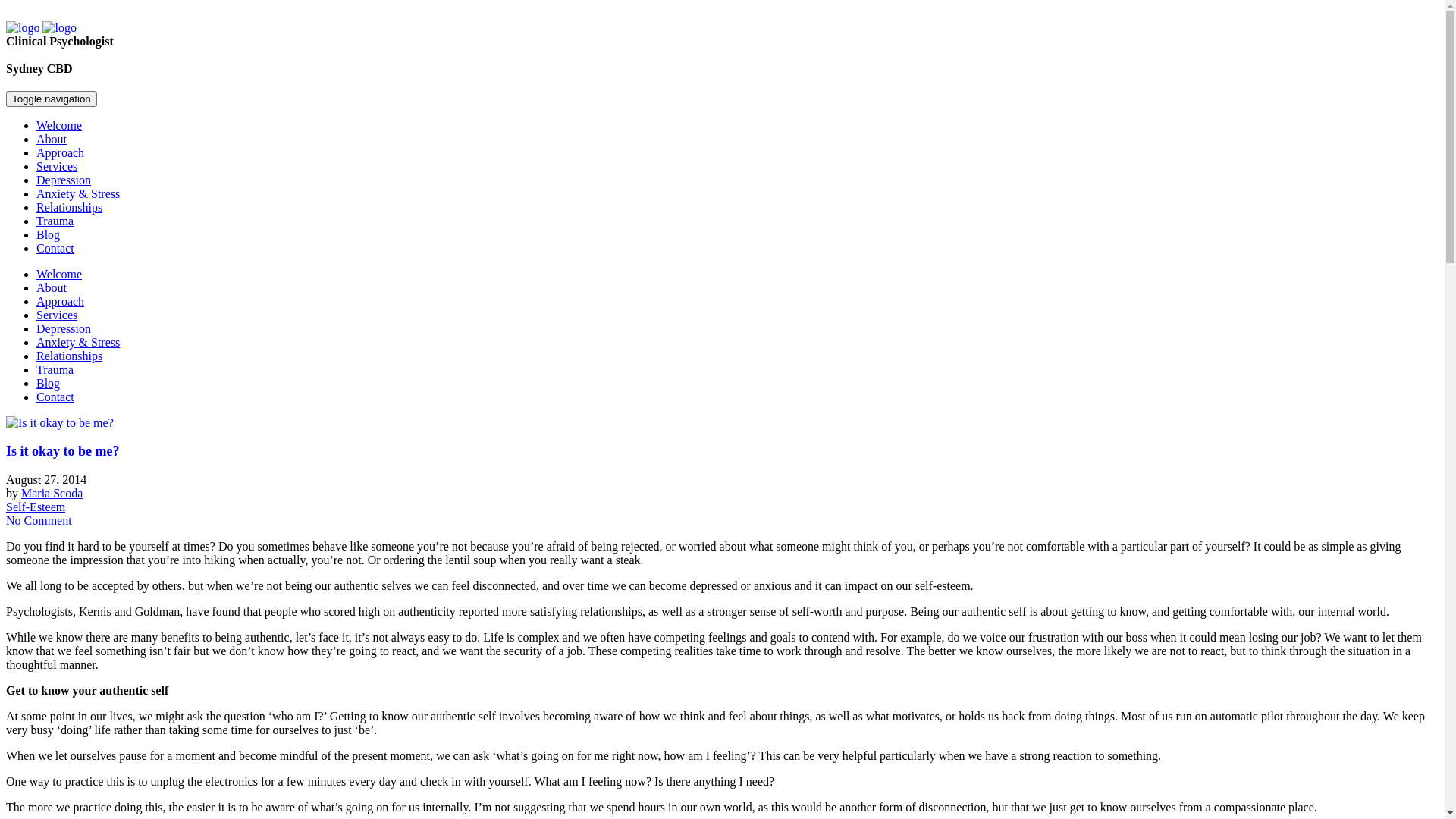 This screenshot has height=819, width=1456. Describe the element at coordinates (36, 179) in the screenshot. I see `'Depression'` at that location.